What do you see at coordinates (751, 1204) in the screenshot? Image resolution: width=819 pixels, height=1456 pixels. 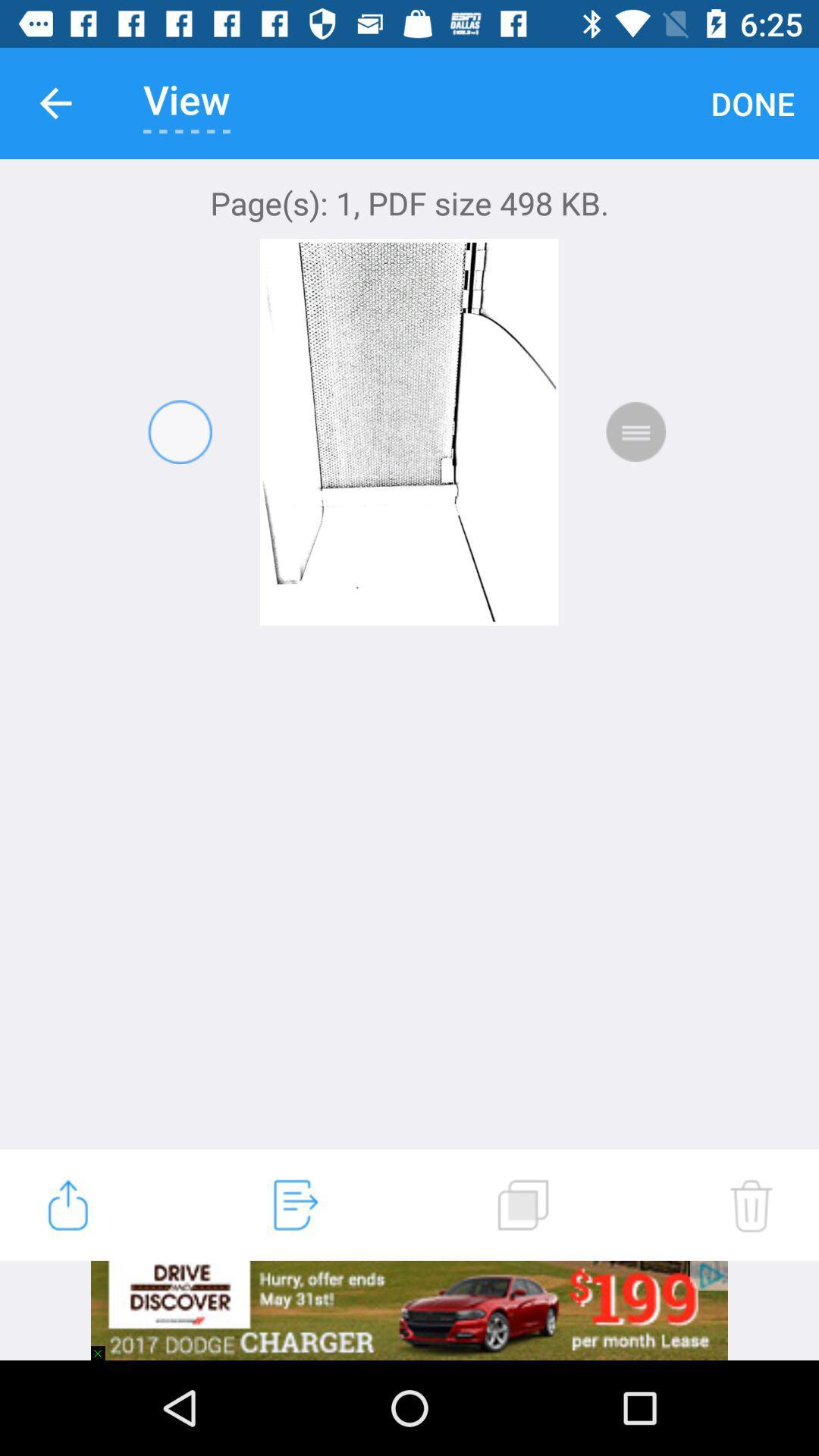 I see `the delete icon` at bounding box center [751, 1204].